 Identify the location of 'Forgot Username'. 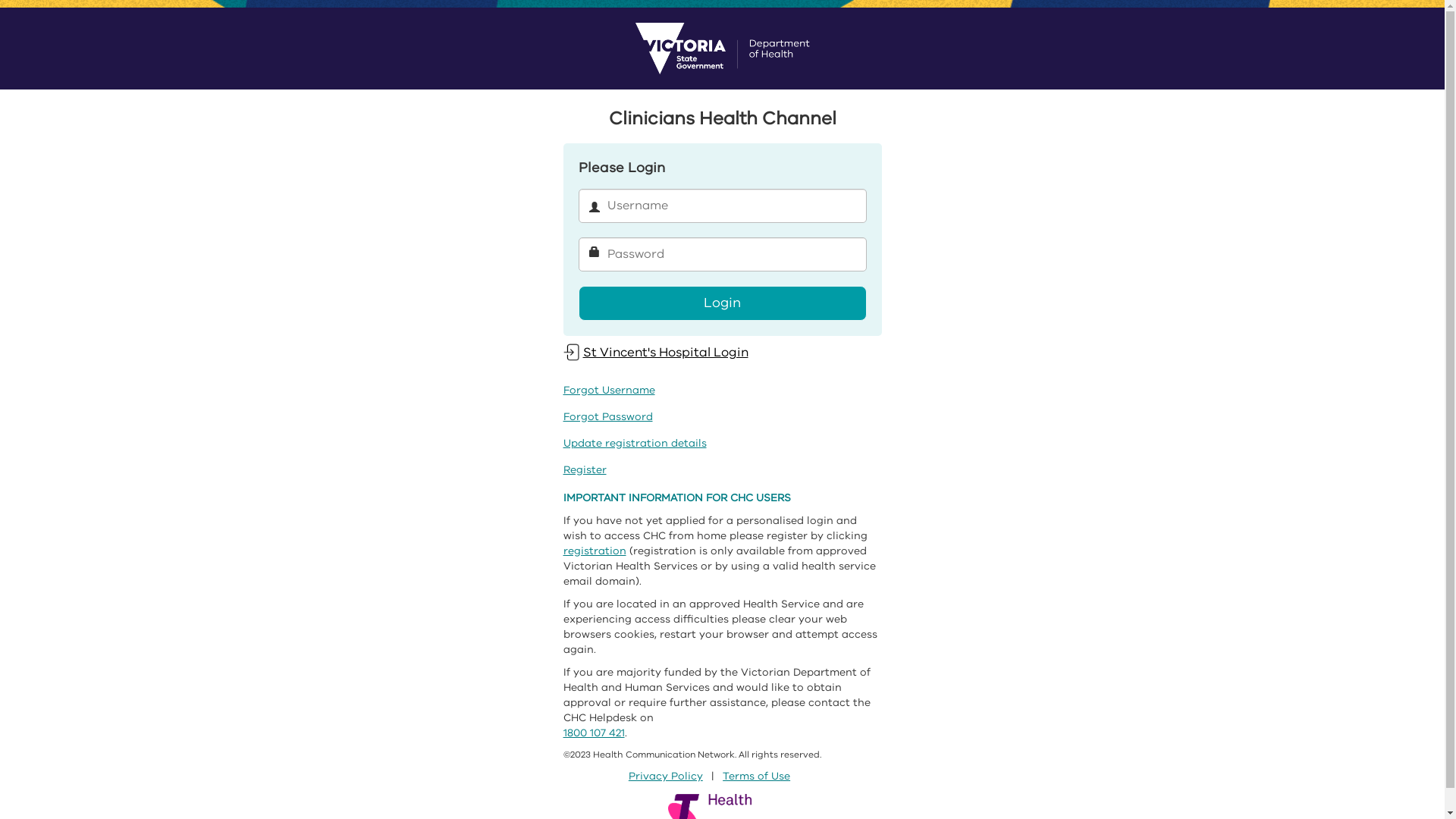
(562, 389).